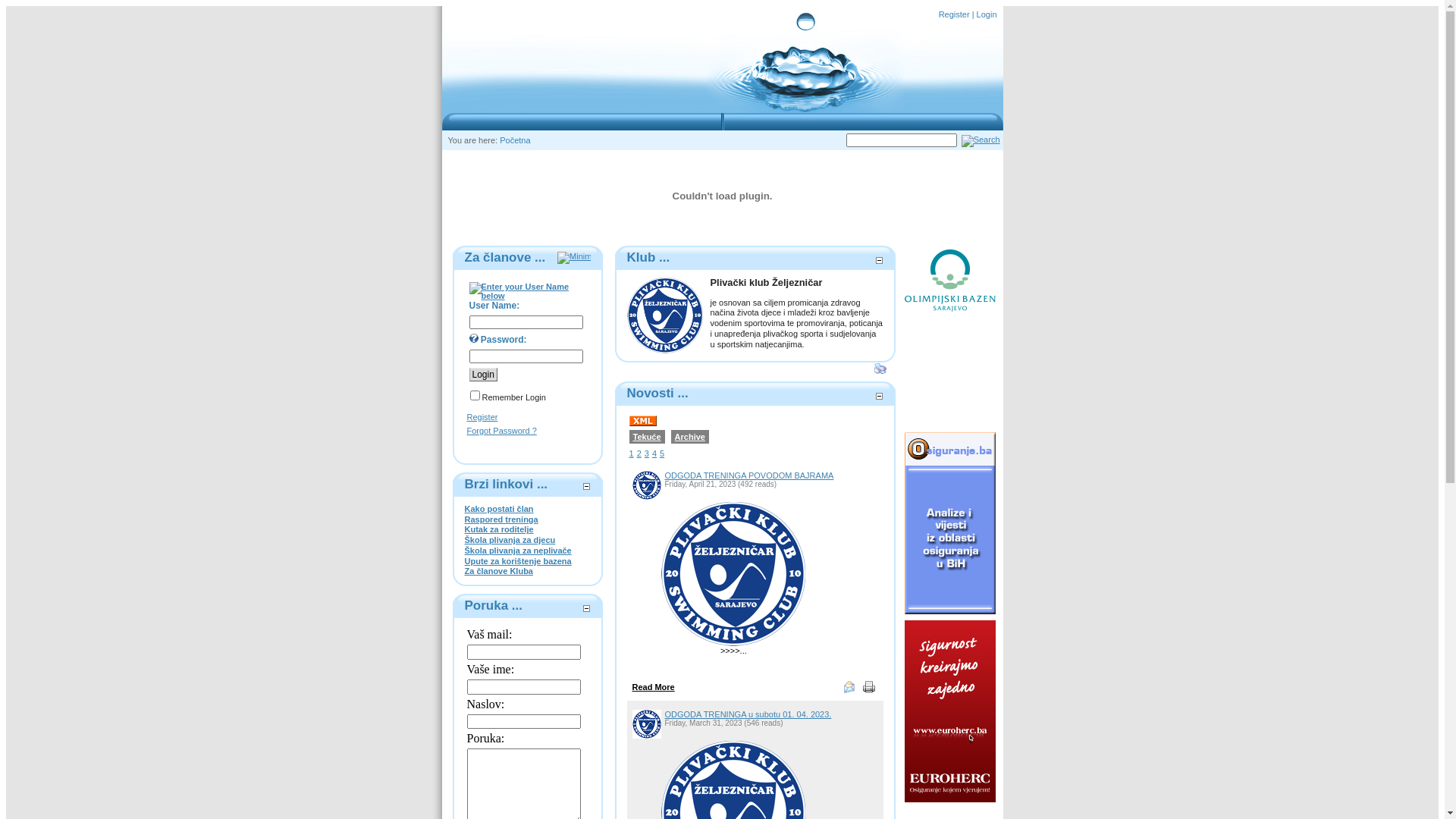  Describe the element at coordinates (877, 259) in the screenshot. I see `'Minimize'` at that location.